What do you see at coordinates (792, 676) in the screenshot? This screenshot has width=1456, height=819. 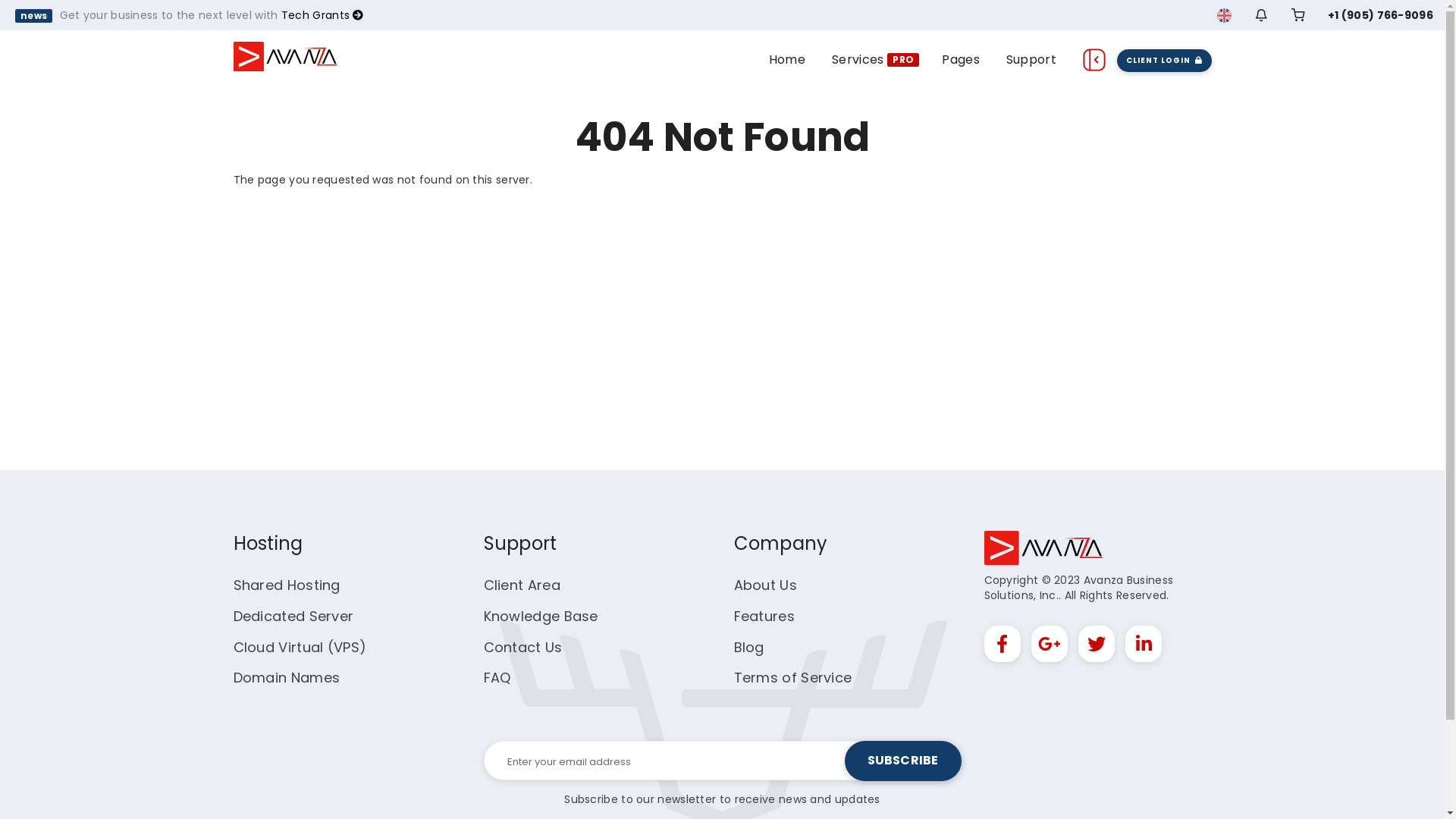 I see `'Terms of Service'` at bounding box center [792, 676].